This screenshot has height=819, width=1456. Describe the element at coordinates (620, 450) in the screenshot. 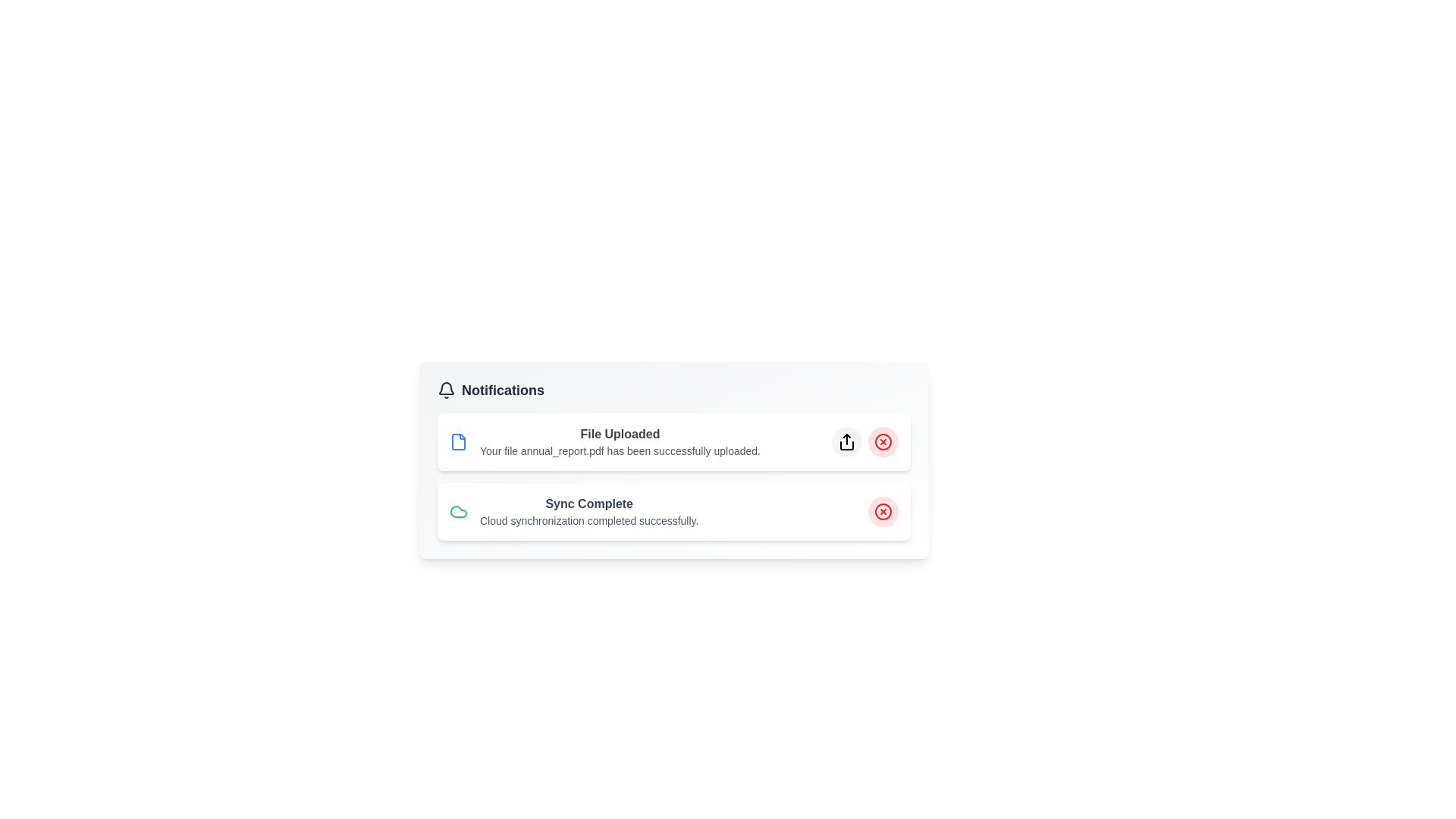

I see `the static text notification that confirms the successful upload of 'annual_report.pdf', located below the 'File Uploaded' heading in the first notification card` at that location.